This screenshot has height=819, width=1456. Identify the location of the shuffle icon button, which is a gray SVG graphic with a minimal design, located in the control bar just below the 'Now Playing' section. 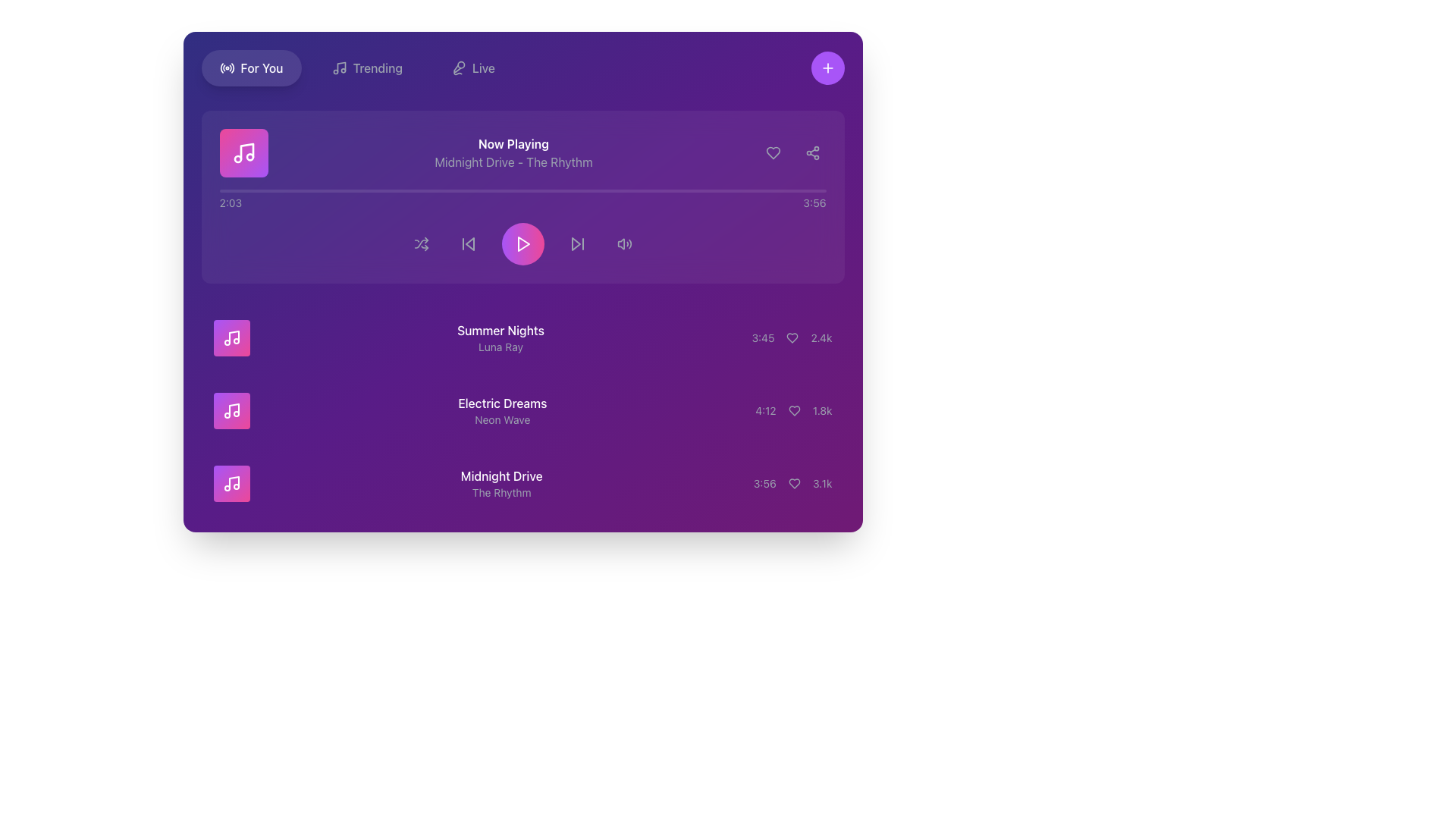
(421, 243).